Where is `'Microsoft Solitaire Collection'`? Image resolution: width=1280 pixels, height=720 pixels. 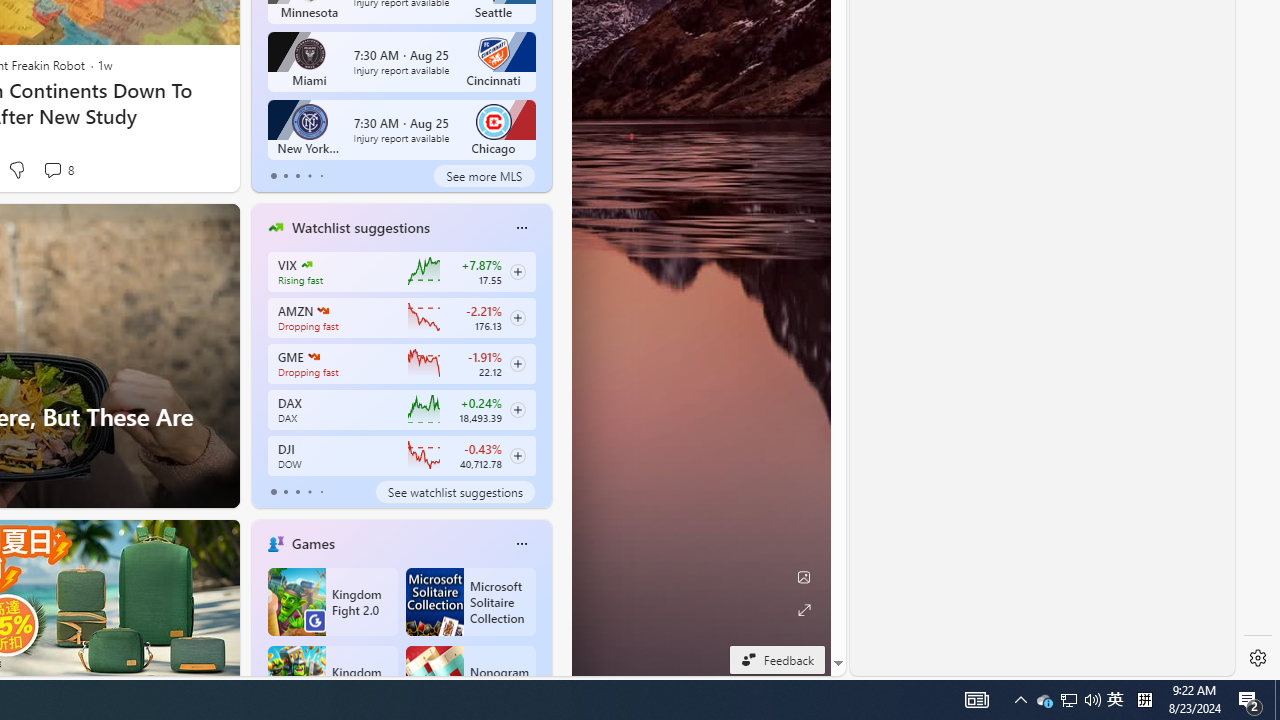 'Microsoft Solitaire Collection' is located at coordinates (469, 600).